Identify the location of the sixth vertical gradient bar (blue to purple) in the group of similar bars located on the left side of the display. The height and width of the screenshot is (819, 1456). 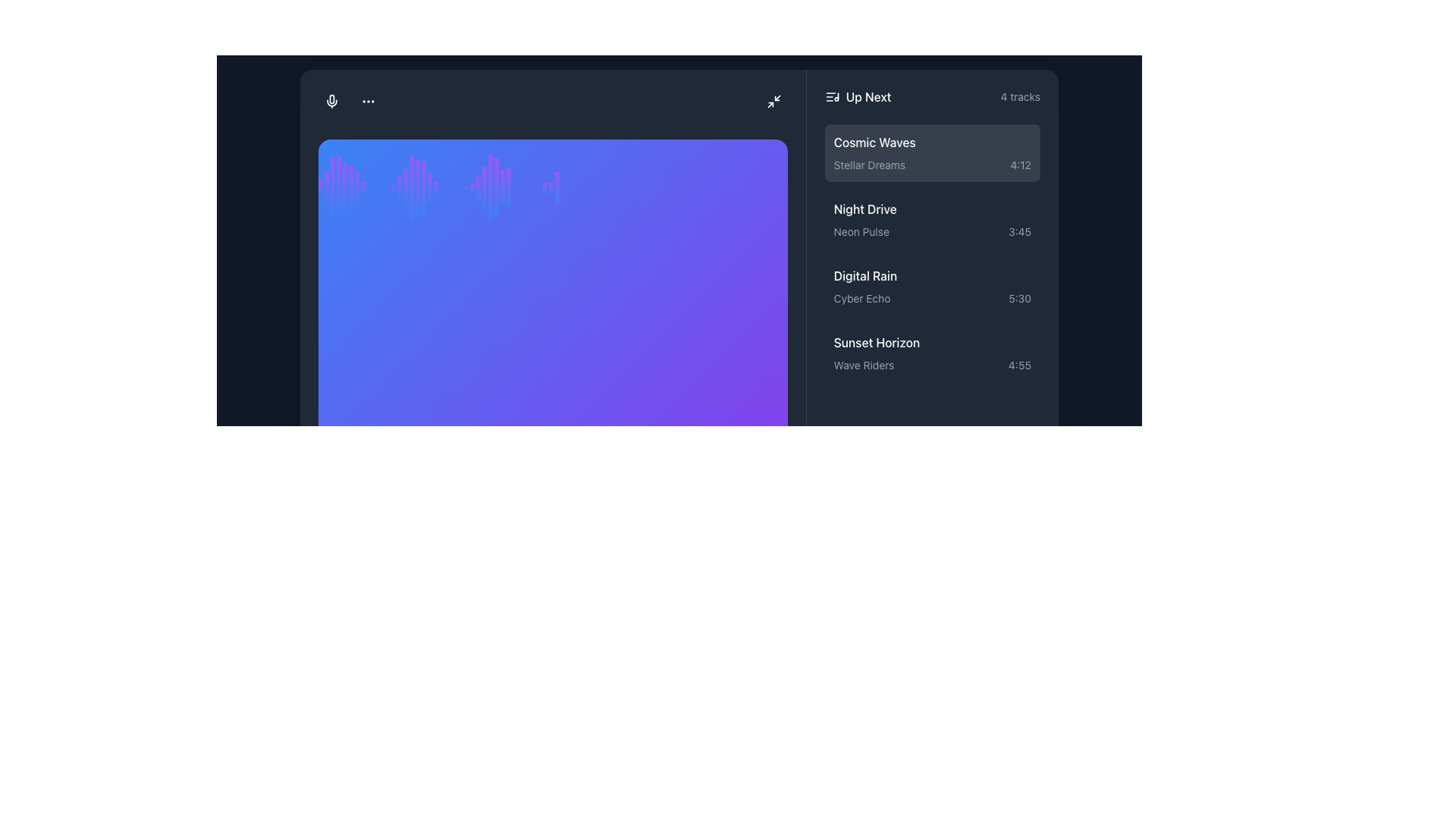
(350, 186).